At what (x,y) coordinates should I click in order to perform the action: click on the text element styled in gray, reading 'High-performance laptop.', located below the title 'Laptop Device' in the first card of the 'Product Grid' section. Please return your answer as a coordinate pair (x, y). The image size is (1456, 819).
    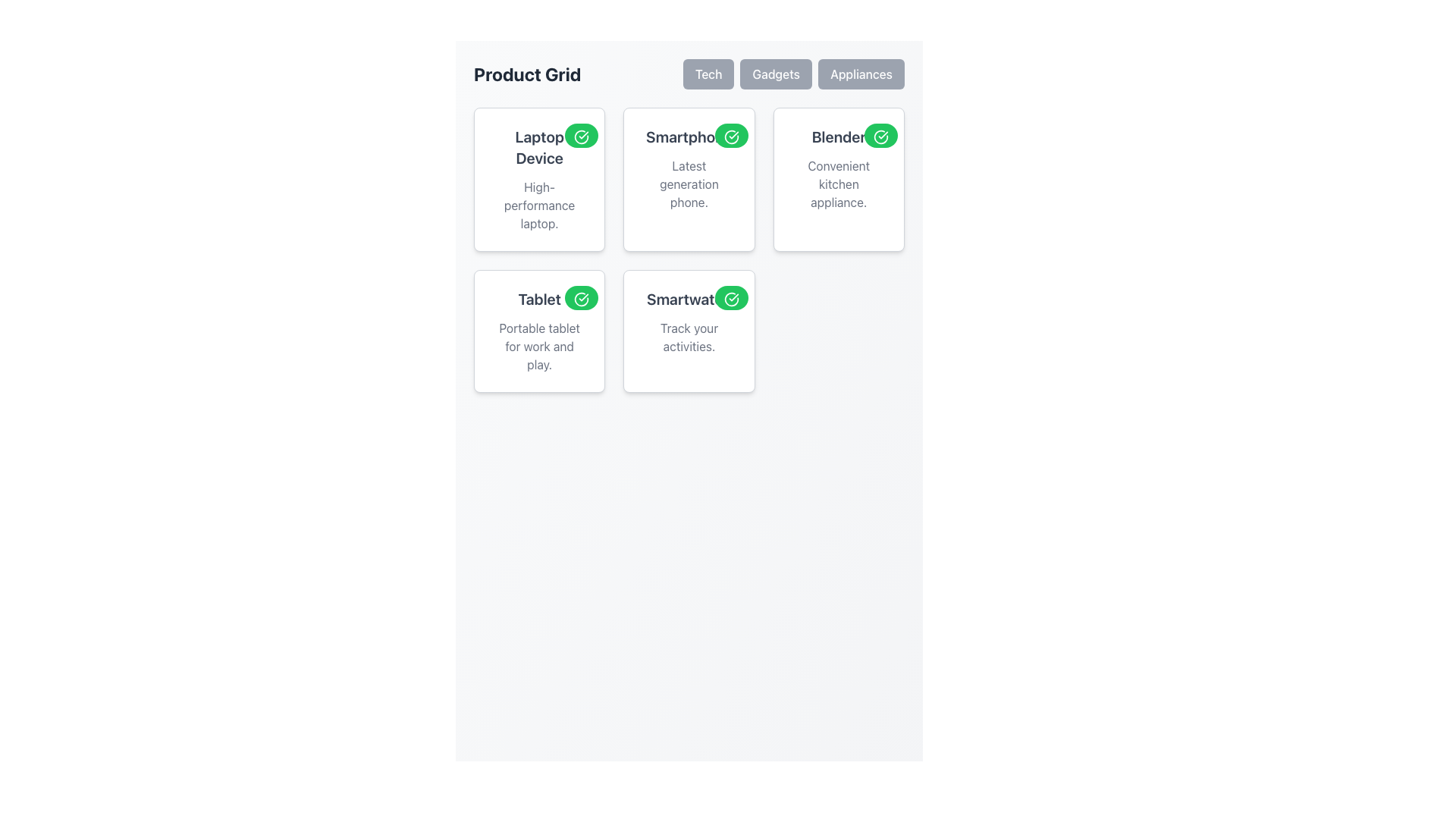
    Looking at the image, I should click on (539, 205).